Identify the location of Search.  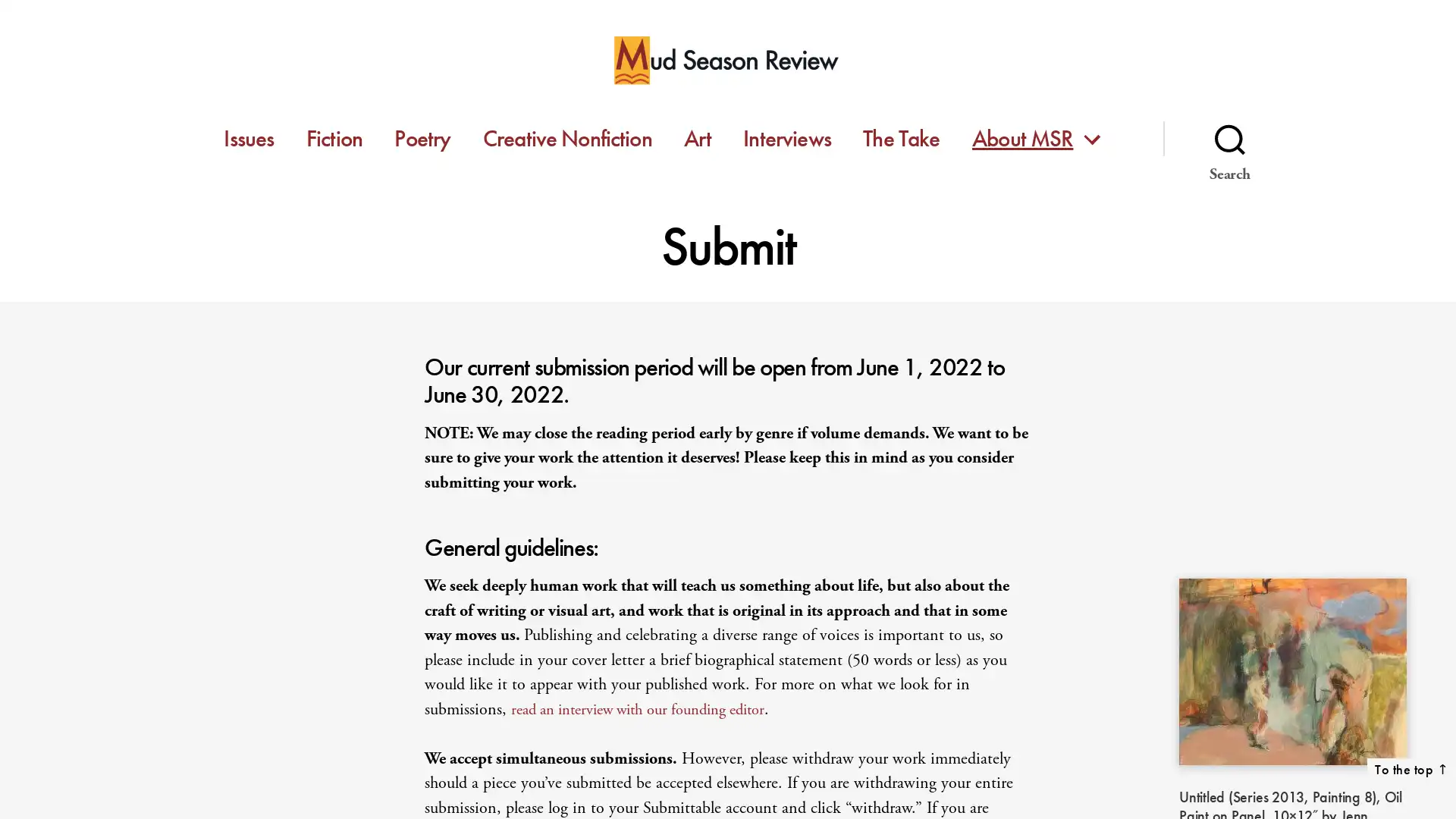
(1229, 138).